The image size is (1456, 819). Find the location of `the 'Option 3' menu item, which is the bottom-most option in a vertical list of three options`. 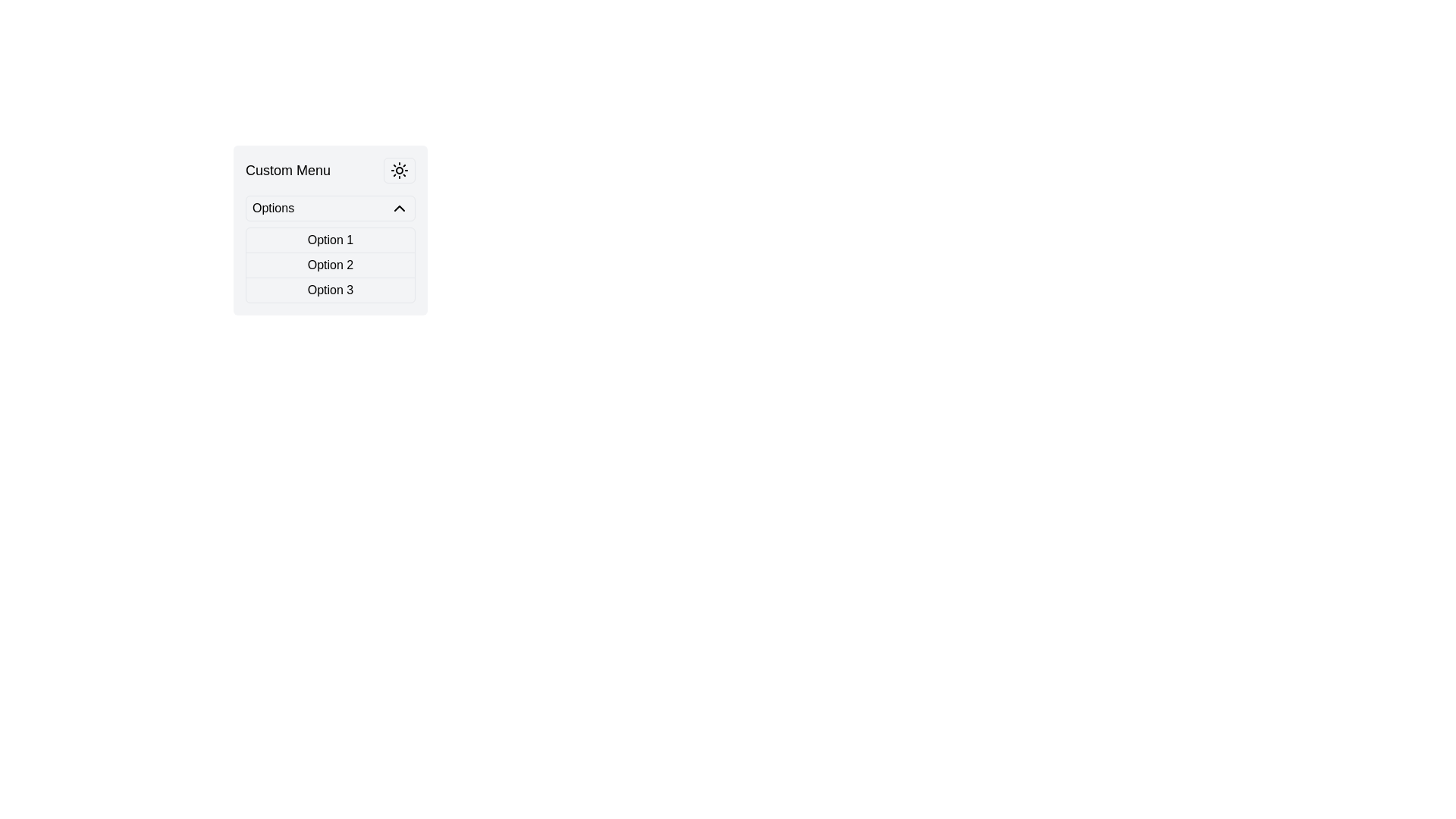

the 'Option 3' menu item, which is the bottom-most option in a vertical list of three options is located at coordinates (330, 290).